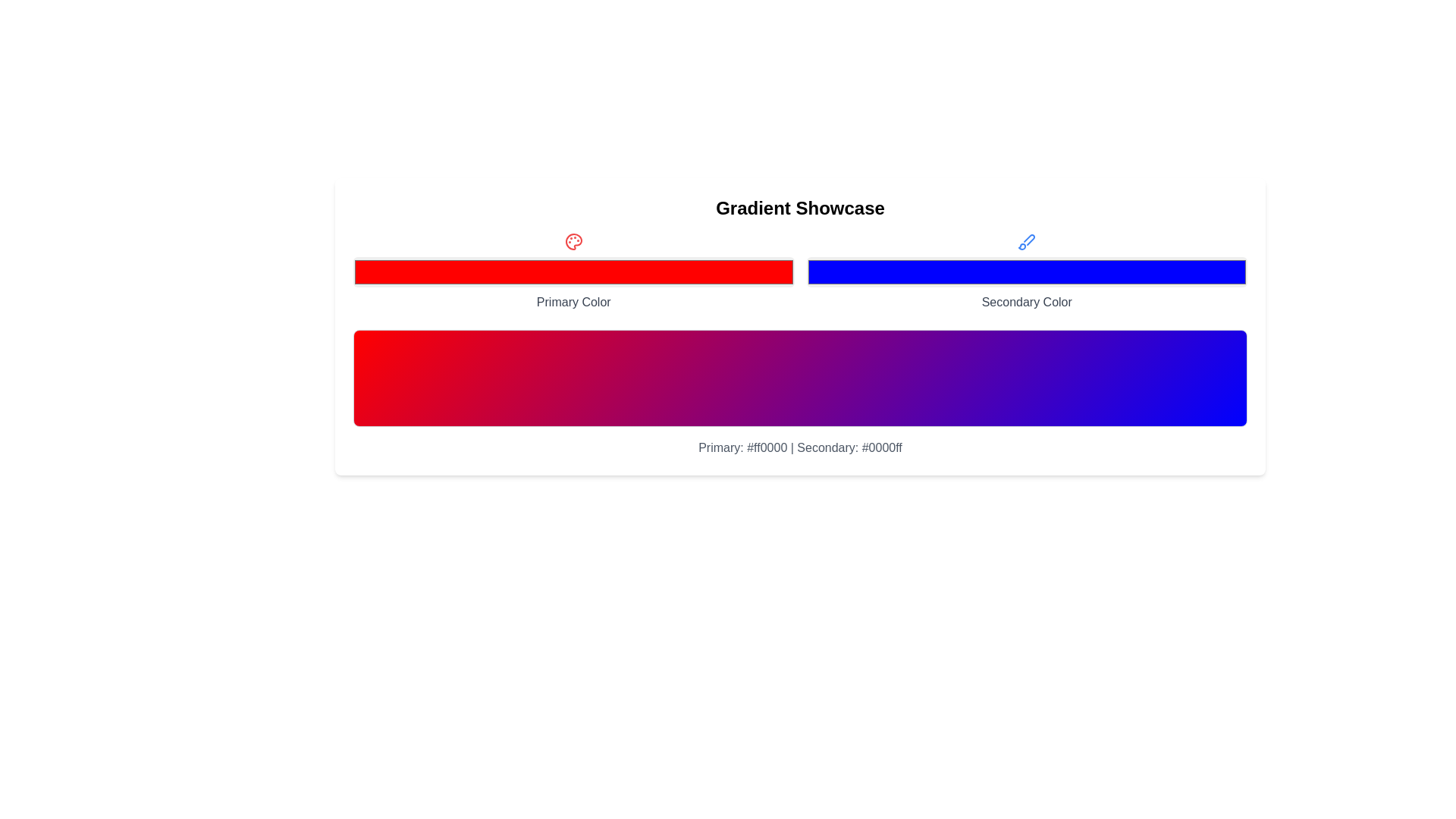 The image size is (1456, 819). I want to click on the SVG Icon that represents tools/options for selecting or modifying the secondary color, located in the 'Secondary Color' section above the text 'Secondary Color', so click(1027, 241).